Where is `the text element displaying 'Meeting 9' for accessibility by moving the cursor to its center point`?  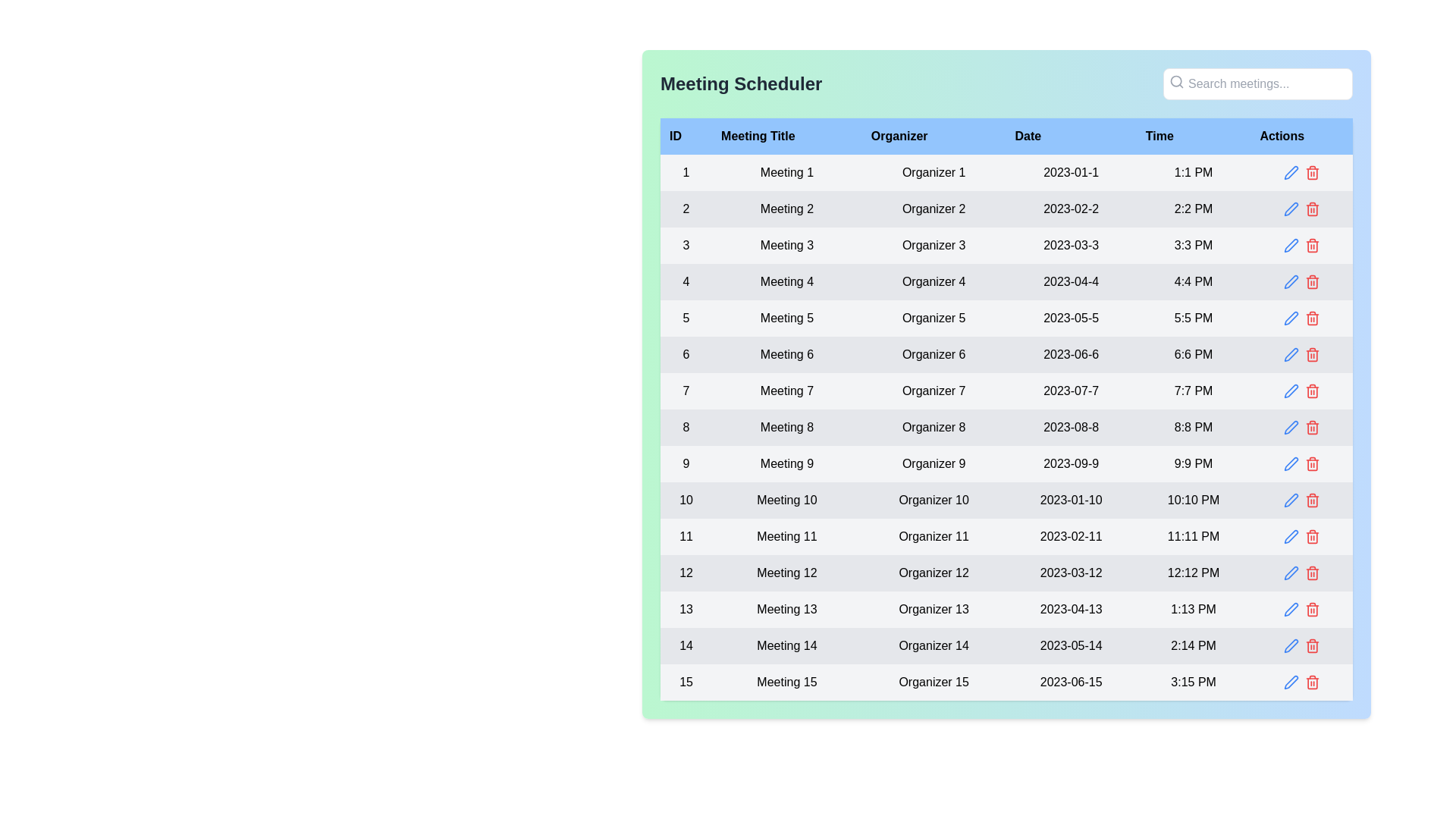 the text element displaying 'Meeting 9' for accessibility by moving the cursor to its center point is located at coordinates (786, 463).